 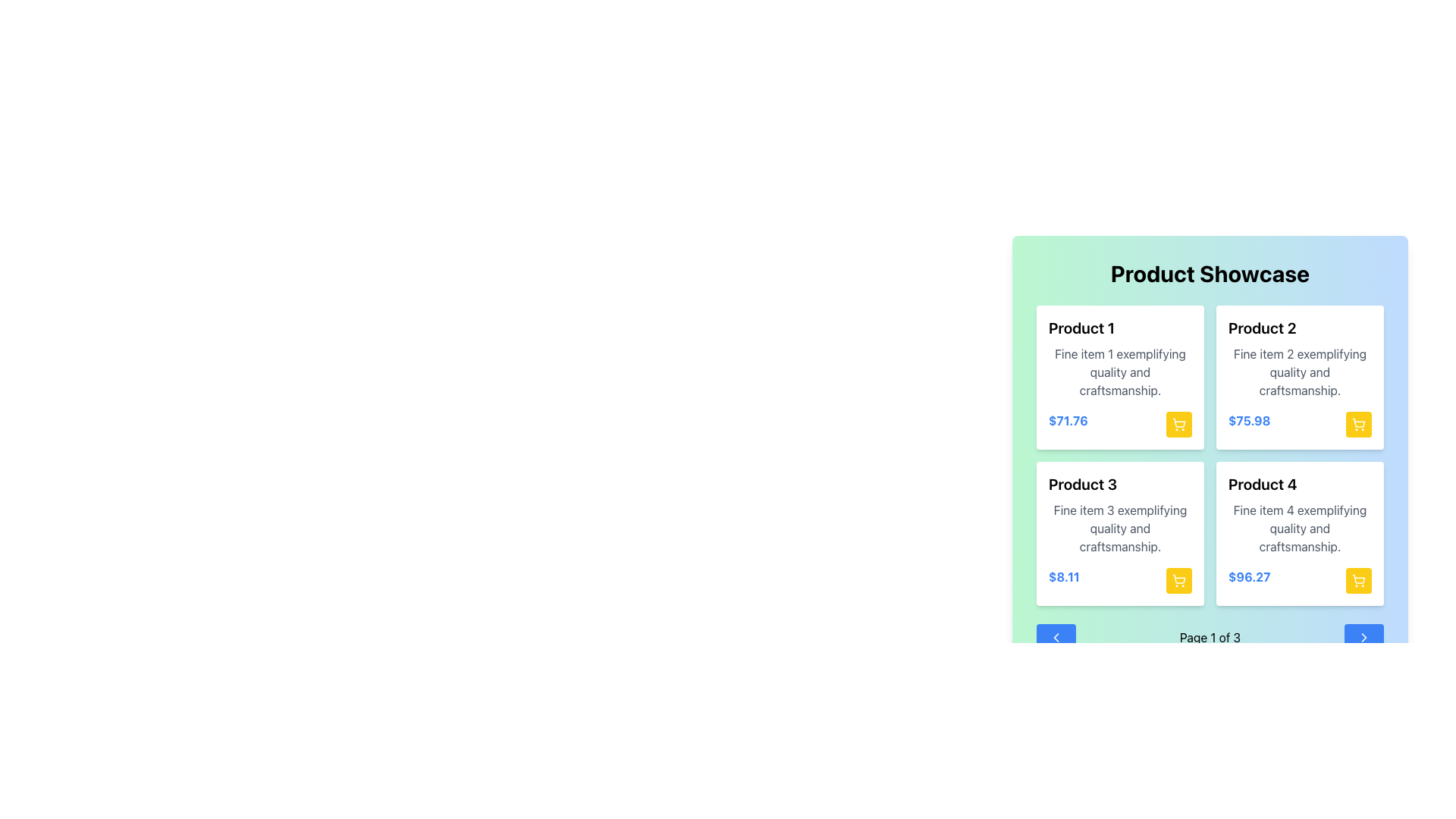 What do you see at coordinates (1263, 485) in the screenshot?
I see `the static text label displaying 'Product 4' located at the top of the card in the bottom-right corner of the product showcase grid` at bounding box center [1263, 485].